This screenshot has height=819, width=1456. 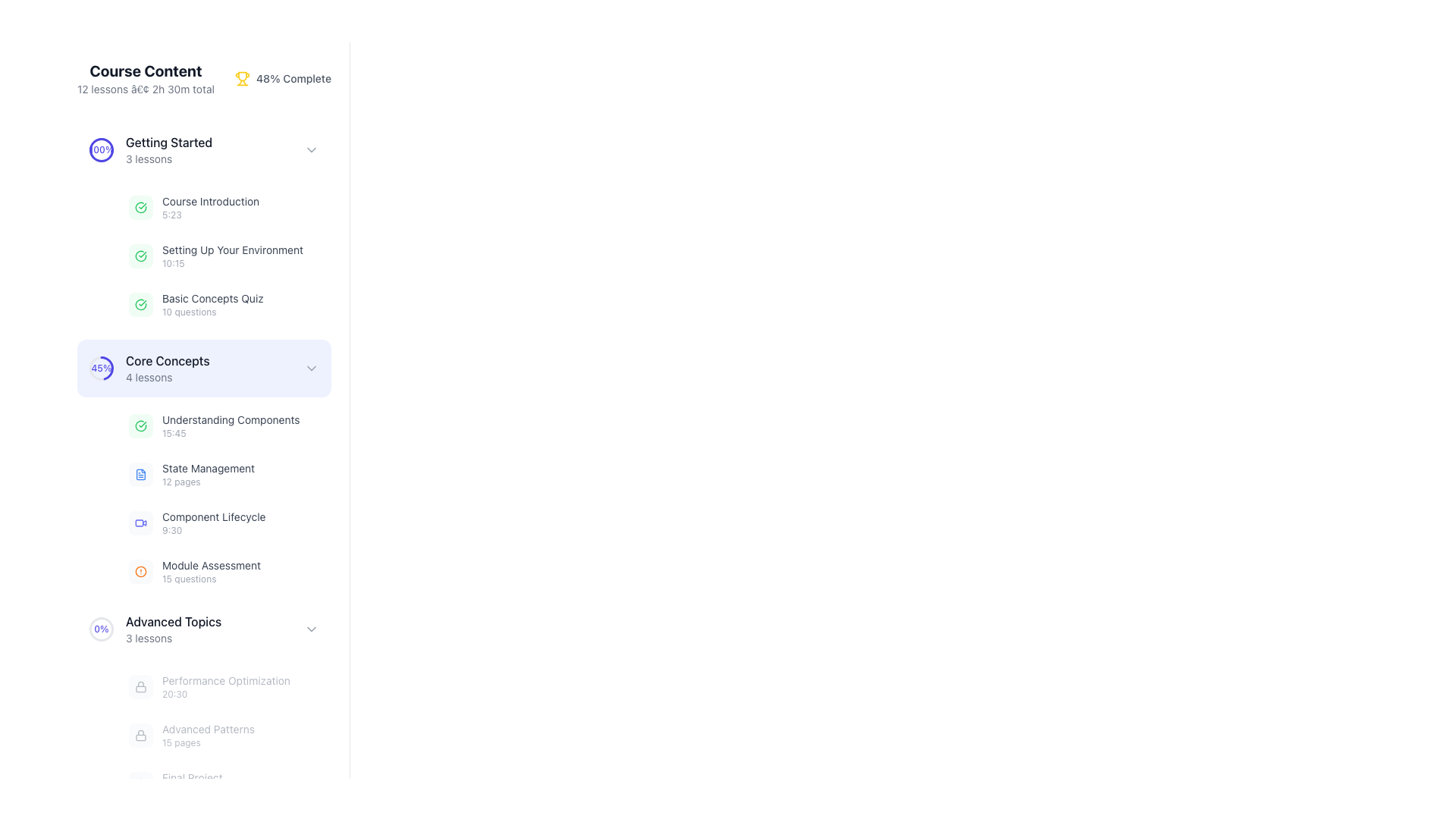 What do you see at coordinates (207, 473) in the screenshot?
I see `the 'State Management' text display, which is the second item under the 'Core Concepts' section in the left panel` at bounding box center [207, 473].